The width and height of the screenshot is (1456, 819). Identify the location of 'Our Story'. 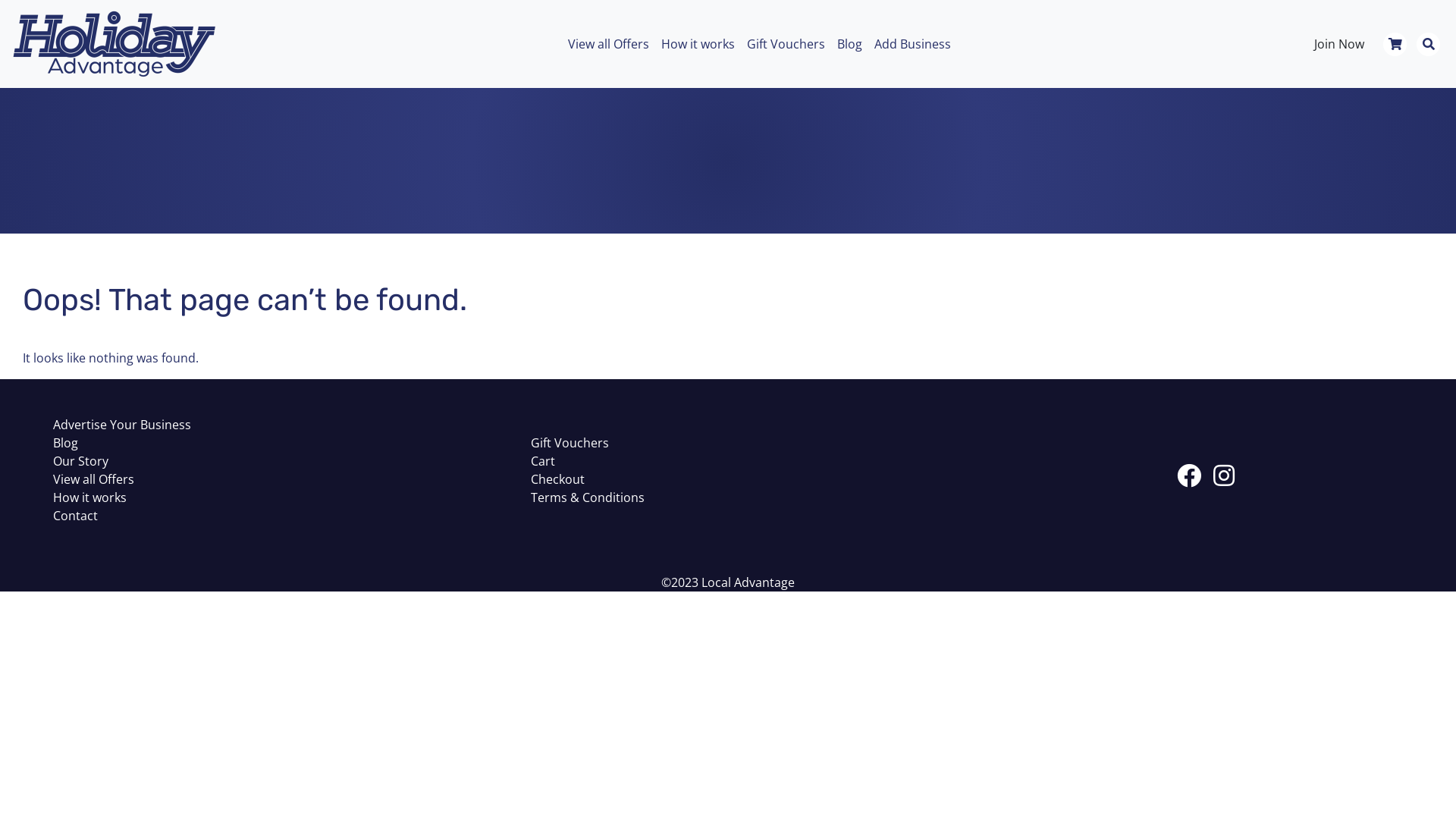
(53, 460).